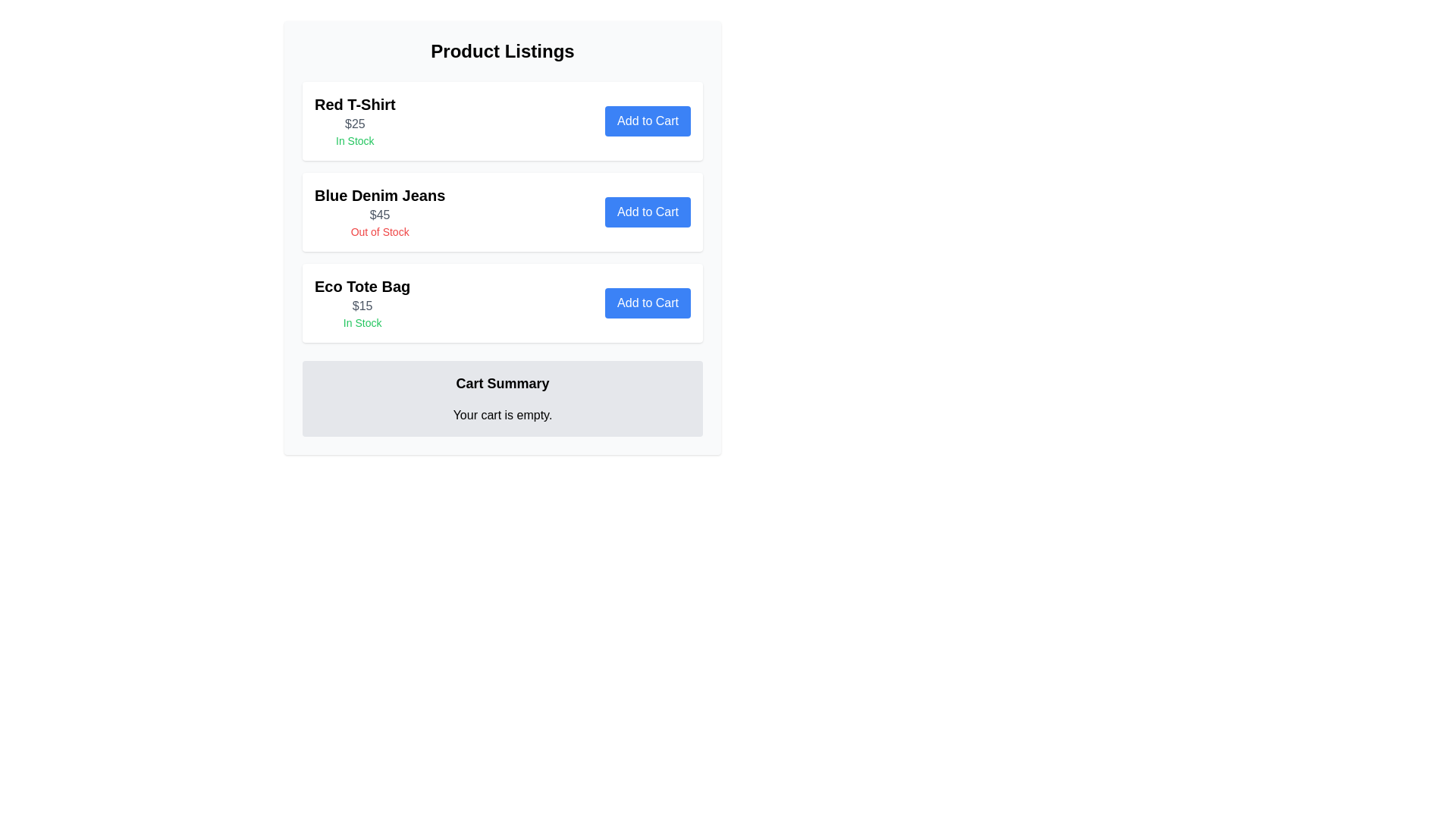 The height and width of the screenshot is (819, 1456). What do you see at coordinates (502, 382) in the screenshot?
I see `the 'Cart Summary' text label` at bounding box center [502, 382].